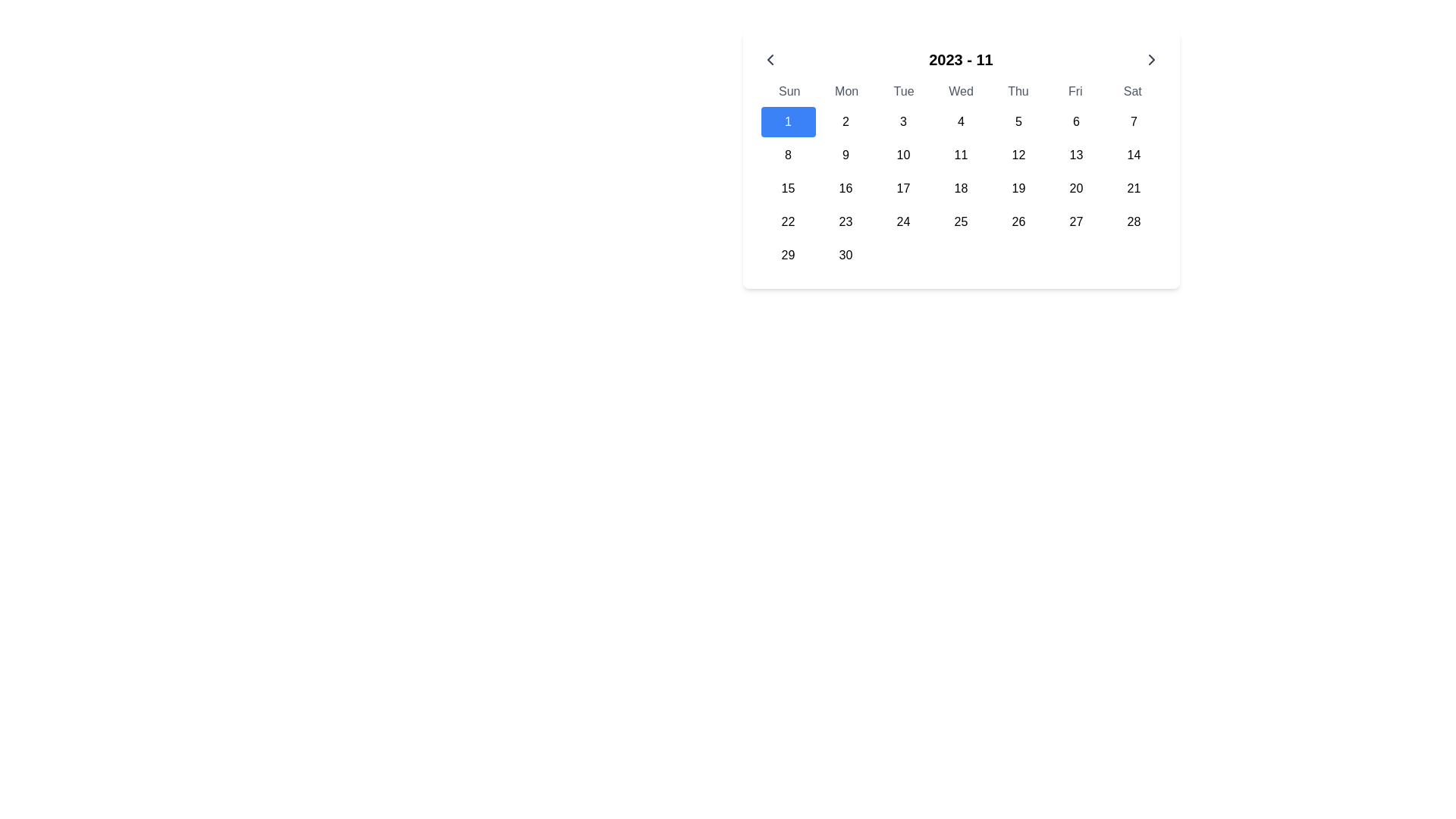  Describe the element at coordinates (845, 155) in the screenshot. I see `the small rectangular button with rounded corners containing the number '9'` at that location.